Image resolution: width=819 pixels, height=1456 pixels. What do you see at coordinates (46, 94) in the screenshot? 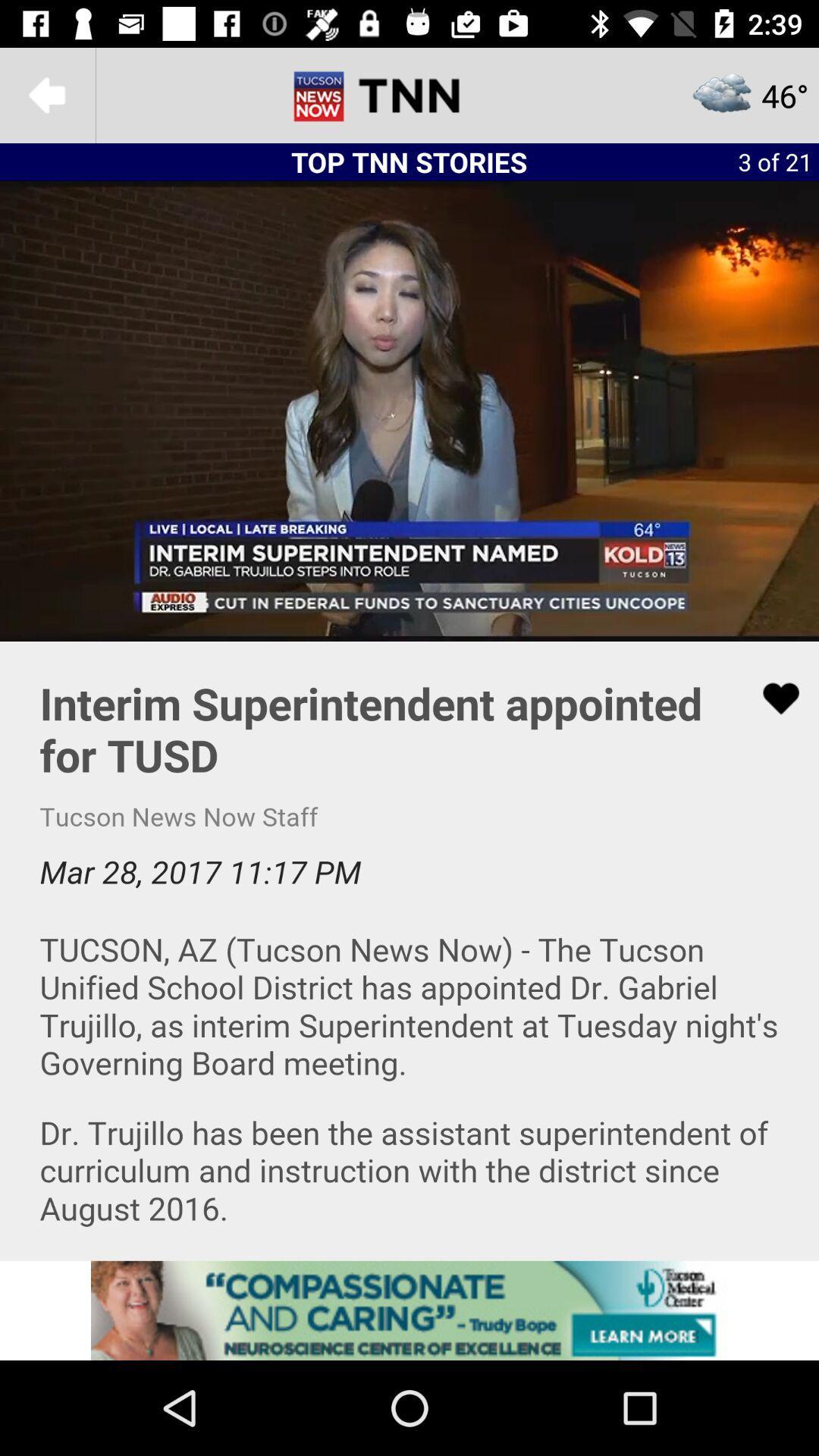
I see `the arrow_backward icon` at bounding box center [46, 94].